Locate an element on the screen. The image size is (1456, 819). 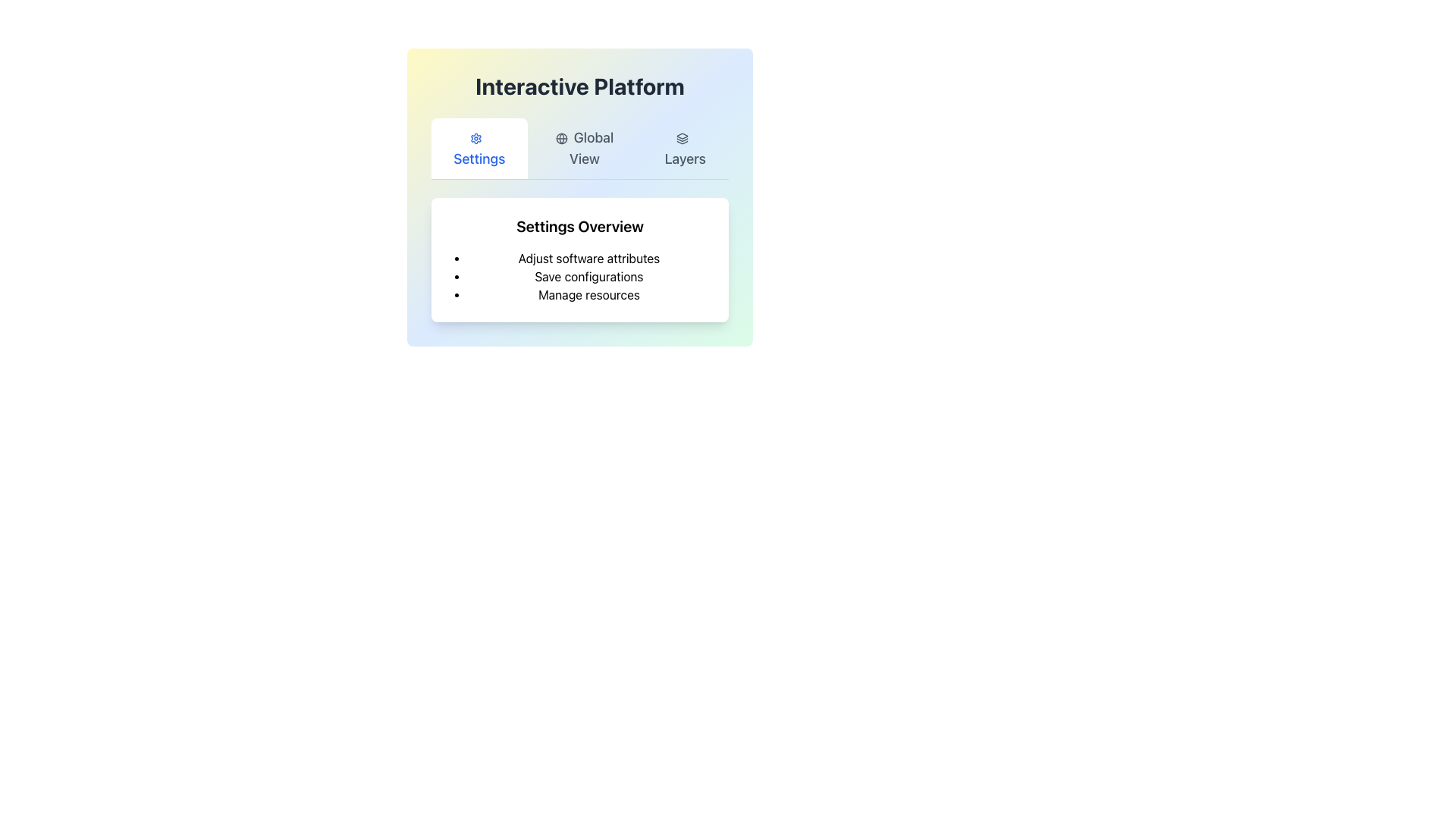
the settings icon located to the left of the 'Settings' text within the 'Settings' tab is located at coordinates (475, 139).